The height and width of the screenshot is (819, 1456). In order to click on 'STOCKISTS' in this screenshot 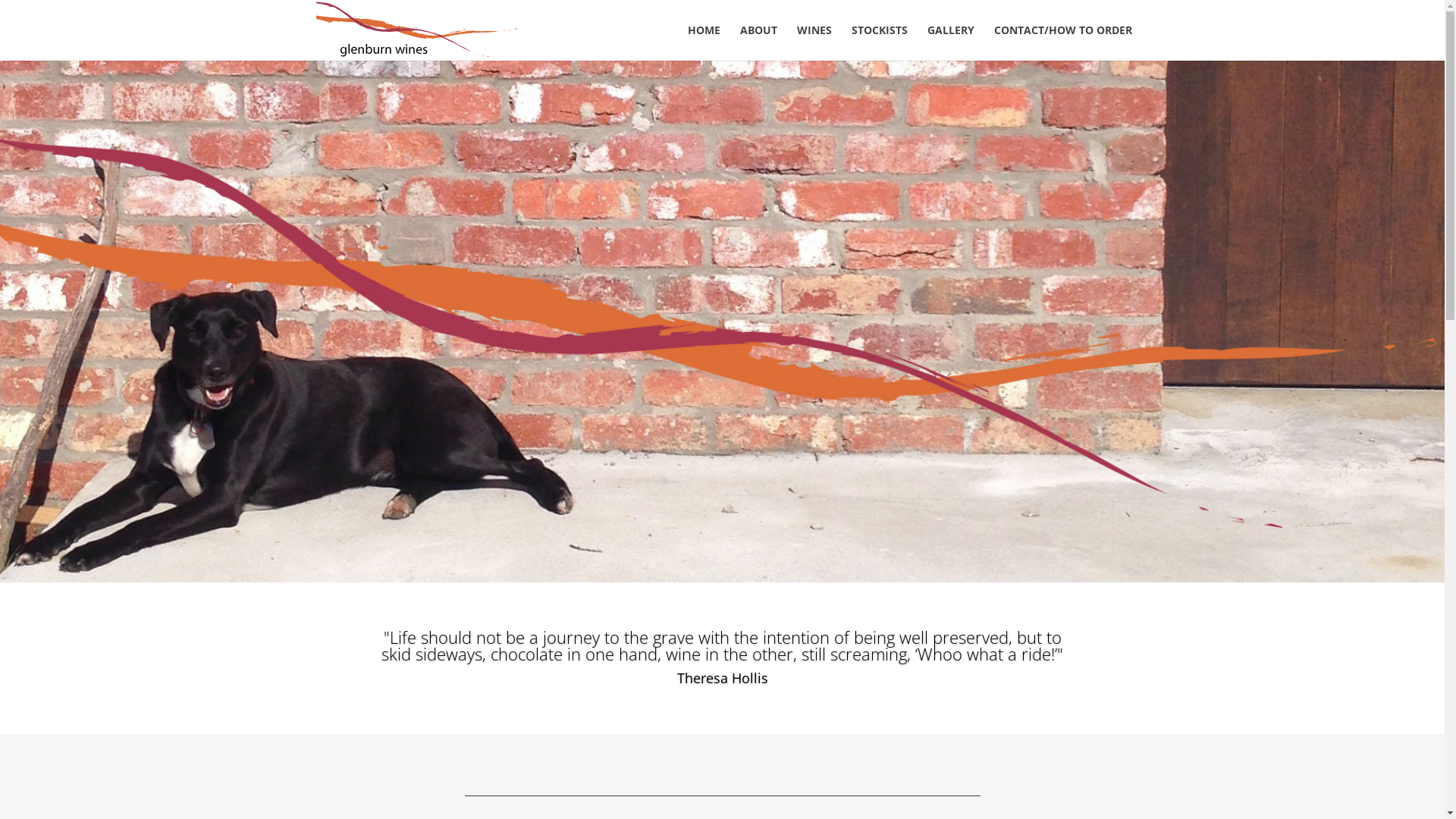, I will do `click(878, 42)`.